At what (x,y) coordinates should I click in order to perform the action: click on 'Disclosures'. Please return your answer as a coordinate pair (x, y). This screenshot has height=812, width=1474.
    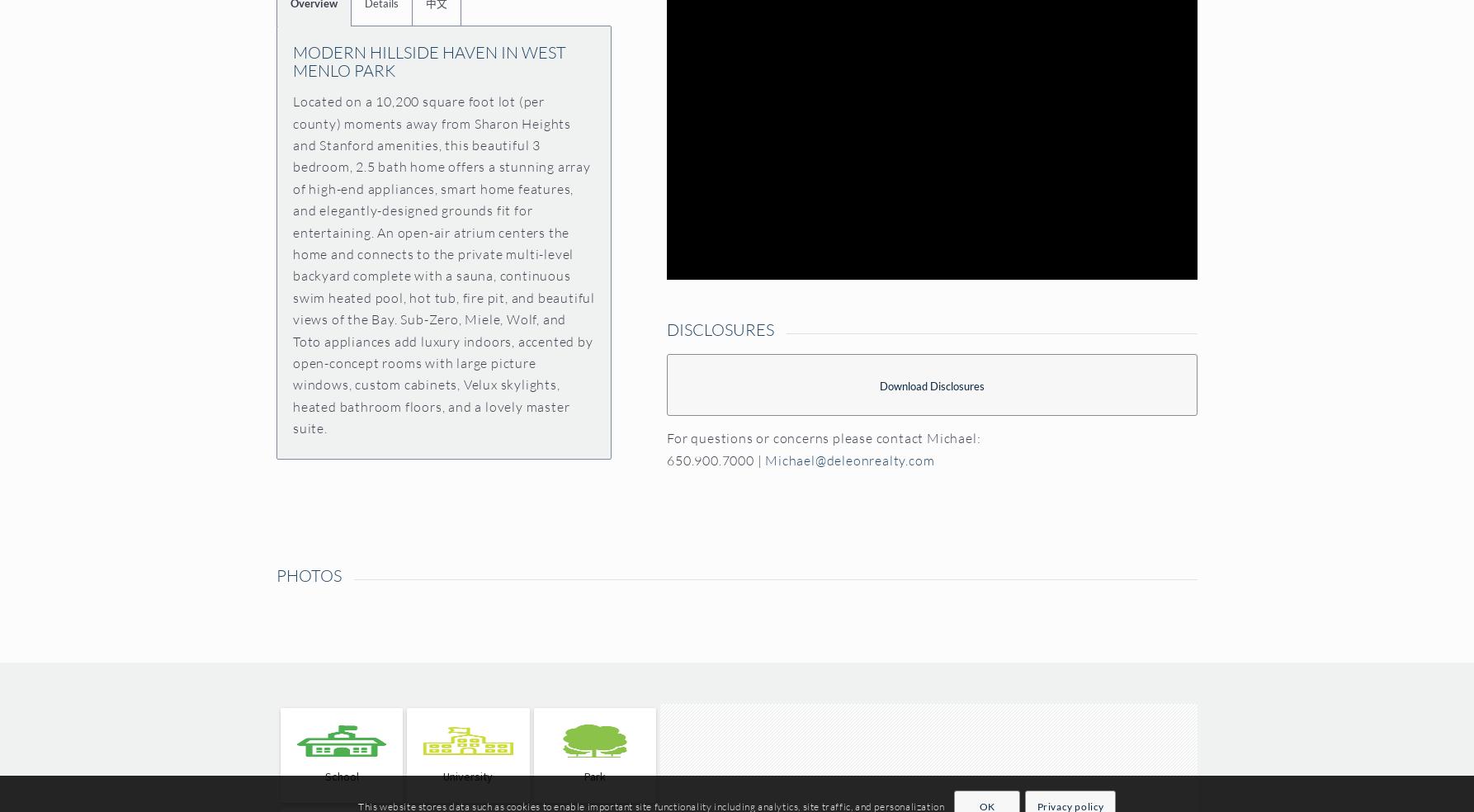
    Looking at the image, I should click on (719, 328).